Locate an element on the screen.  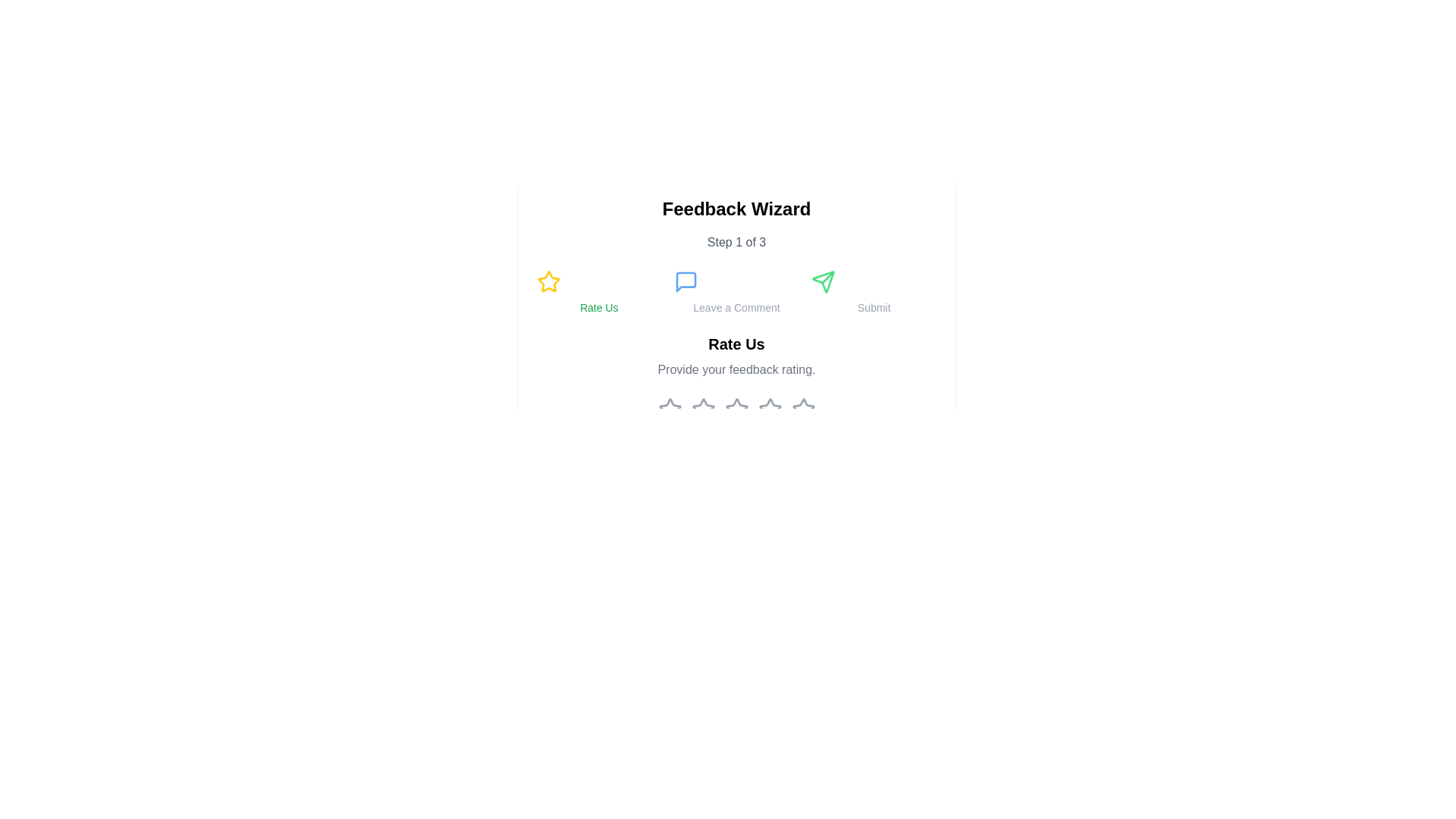
the rightmost star icon in the rating mechanism is located at coordinates (802, 408).